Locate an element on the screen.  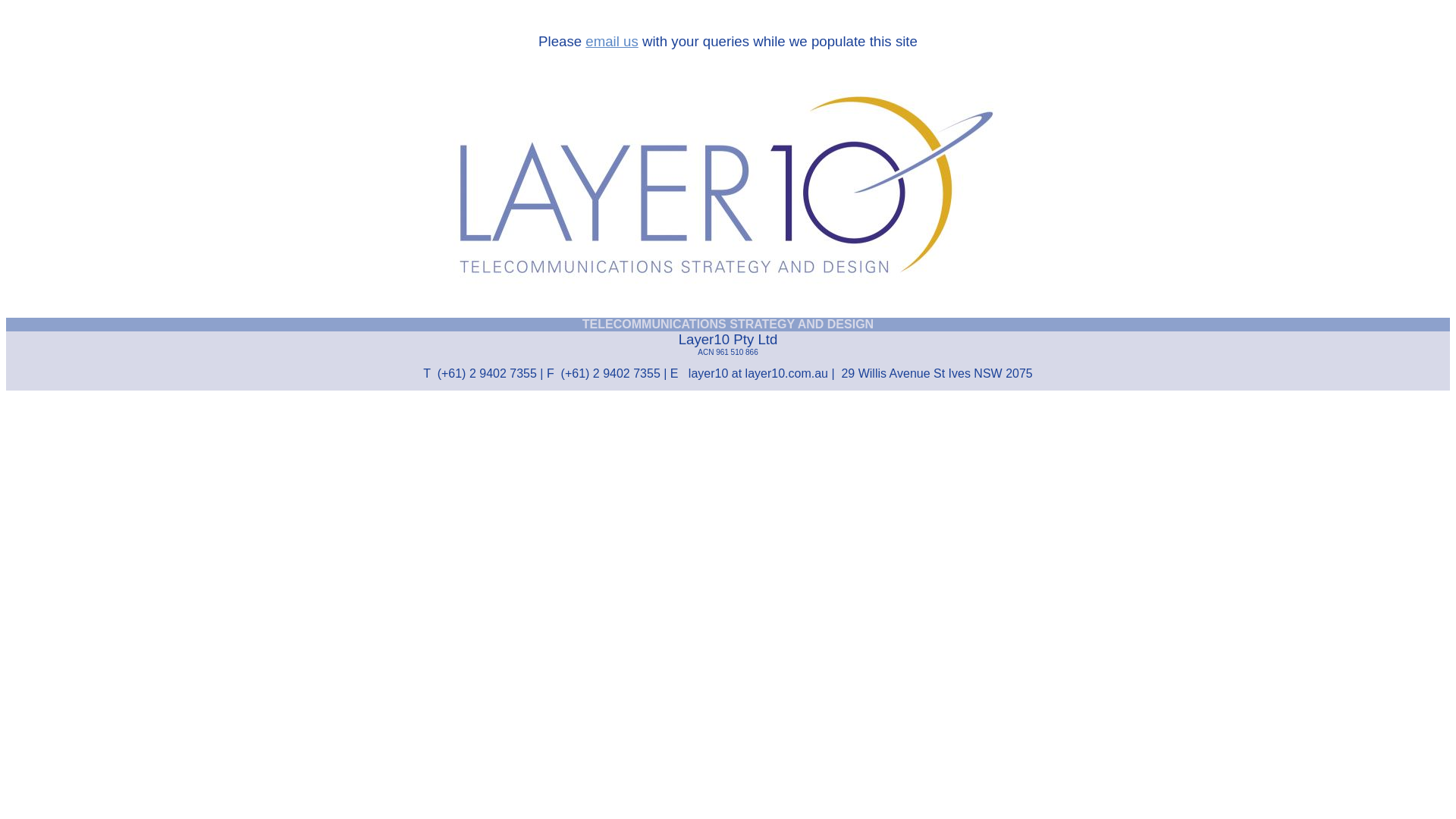
'email us' is located at coordinates (611, 40).